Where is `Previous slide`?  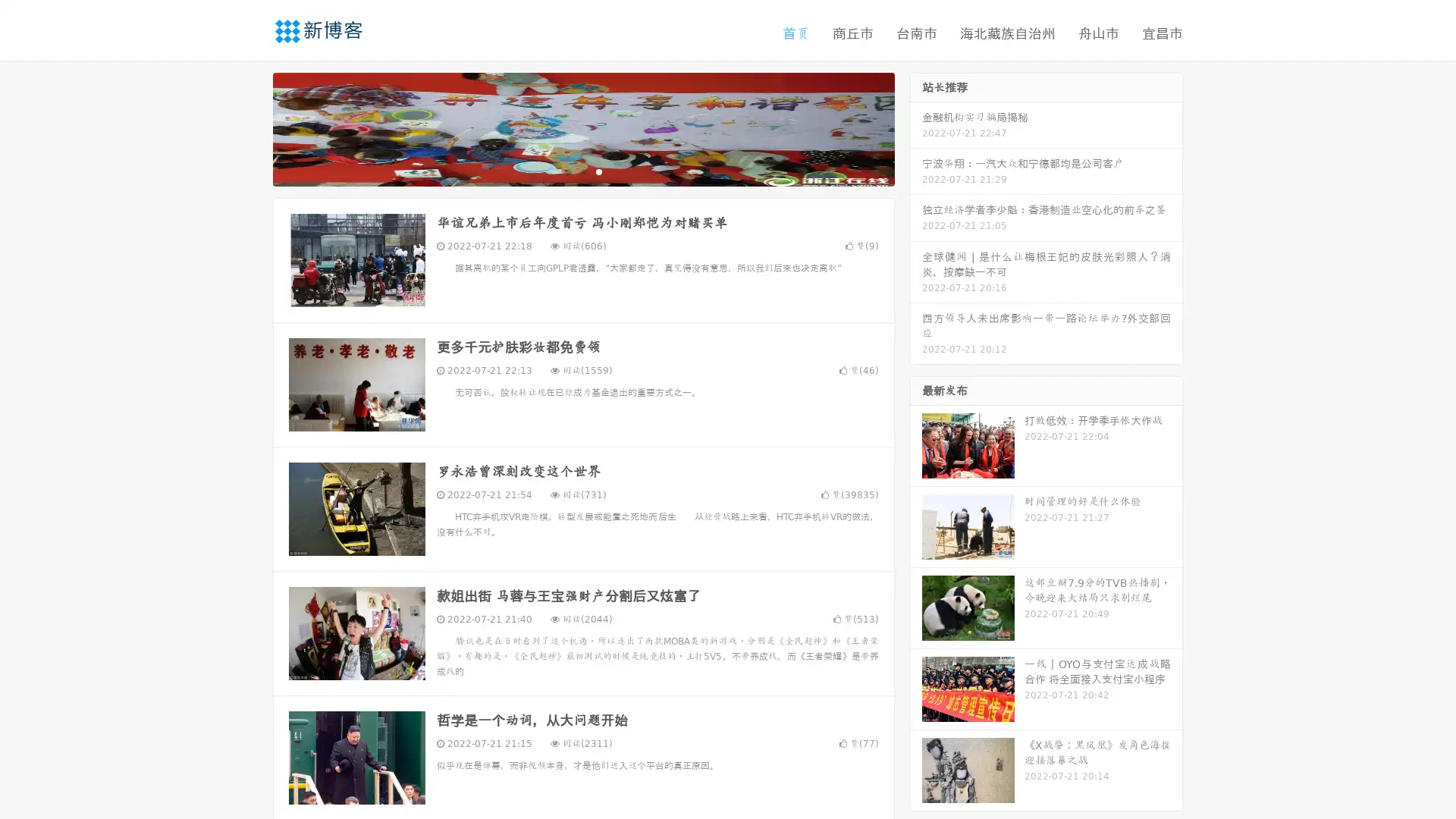 Previous slide is located at coordinates (250, 127).